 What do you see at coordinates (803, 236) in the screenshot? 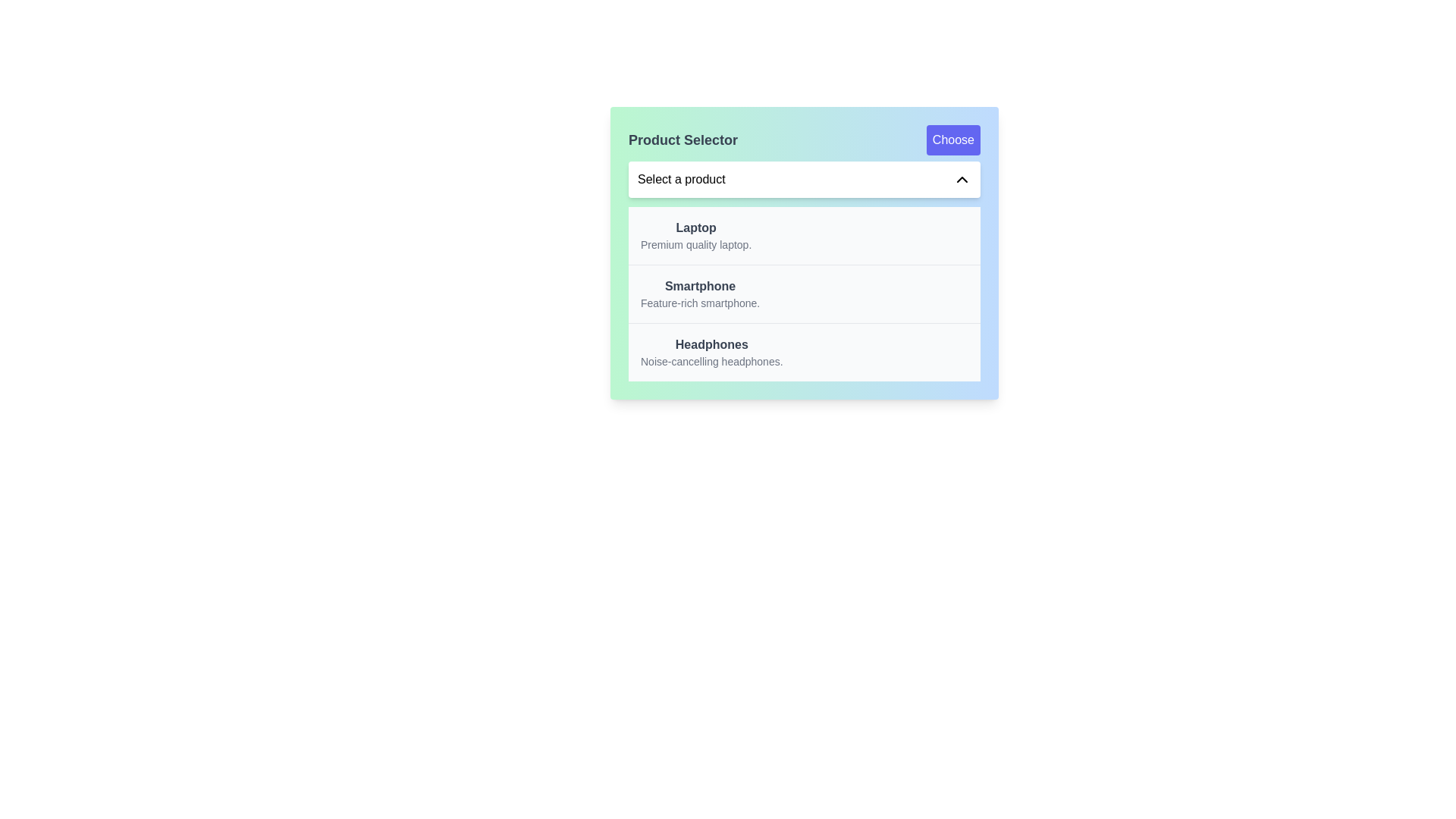
I see `the first selectable list item that displays 'Laptop' in bold dark gray with the description 'Premium quality laptop.' below it` at bounding box center [803, 236].